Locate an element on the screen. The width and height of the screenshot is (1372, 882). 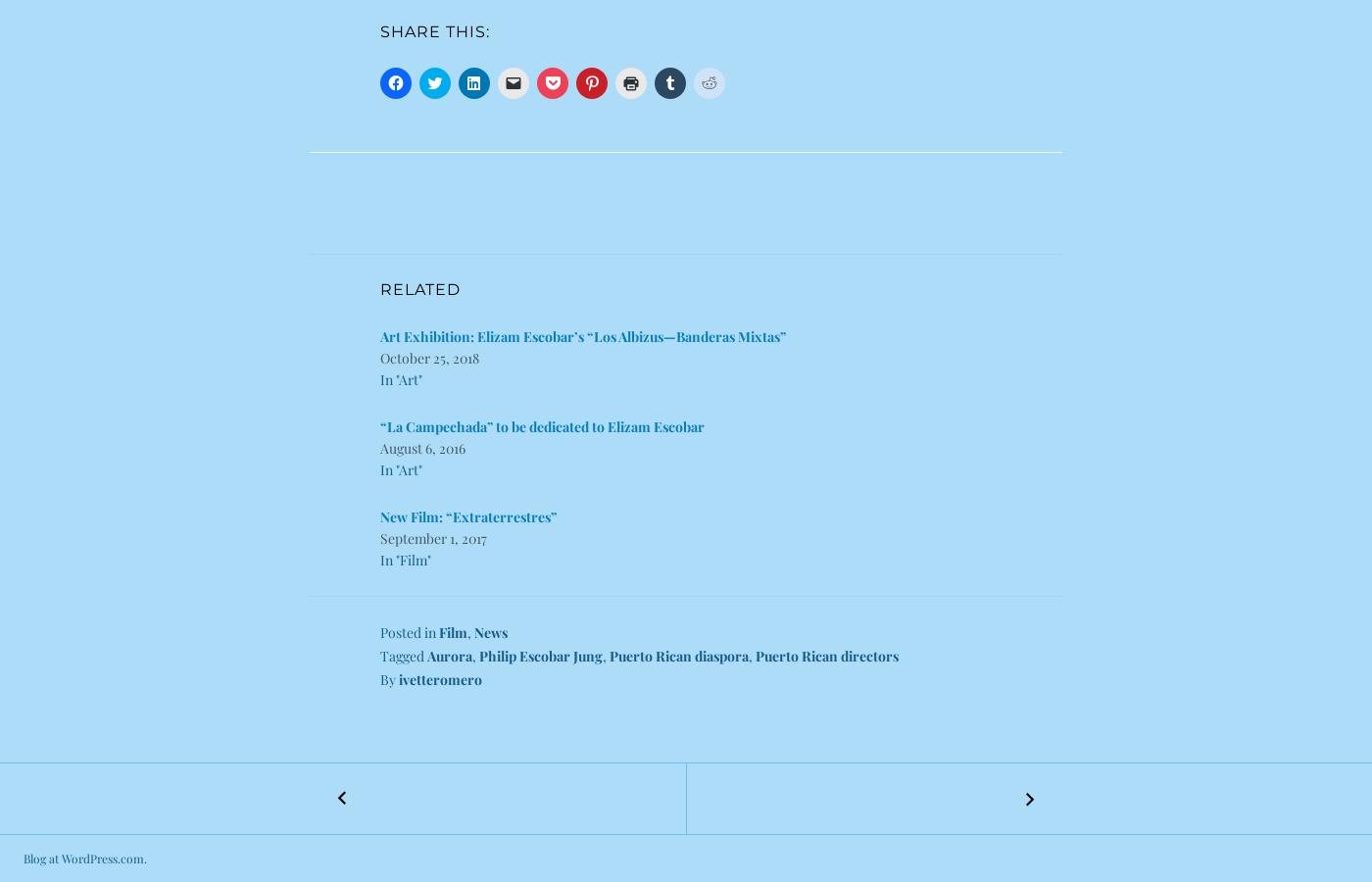
'Art Exhibition: Elizam Escobar’s “Los Albizus—Banderas Mixtas”' is located at coordinates (583, 336).